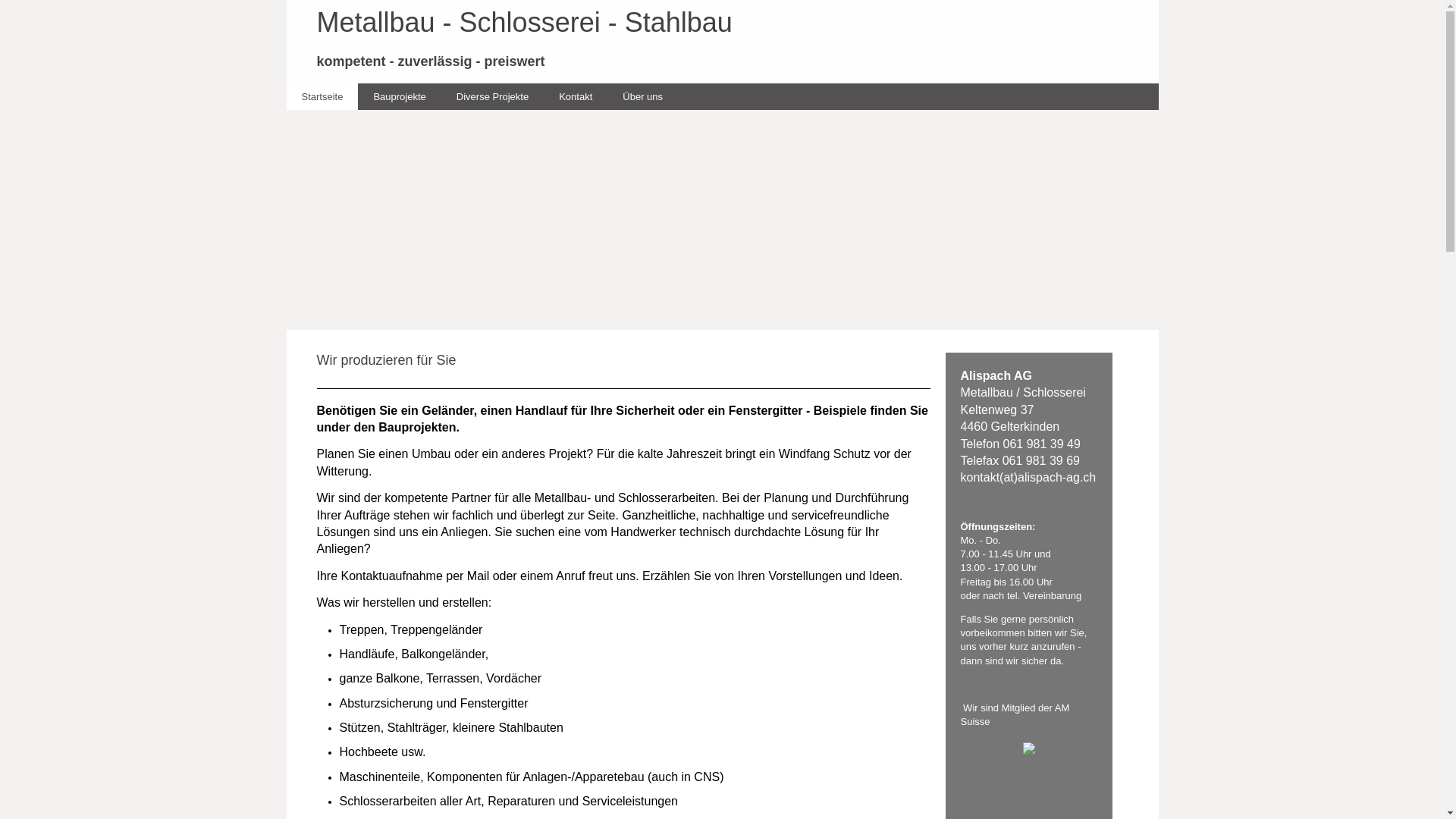  Describe the element at coordinates (574, 96) in the screenshot. I see `'Kontakt'` at that location.